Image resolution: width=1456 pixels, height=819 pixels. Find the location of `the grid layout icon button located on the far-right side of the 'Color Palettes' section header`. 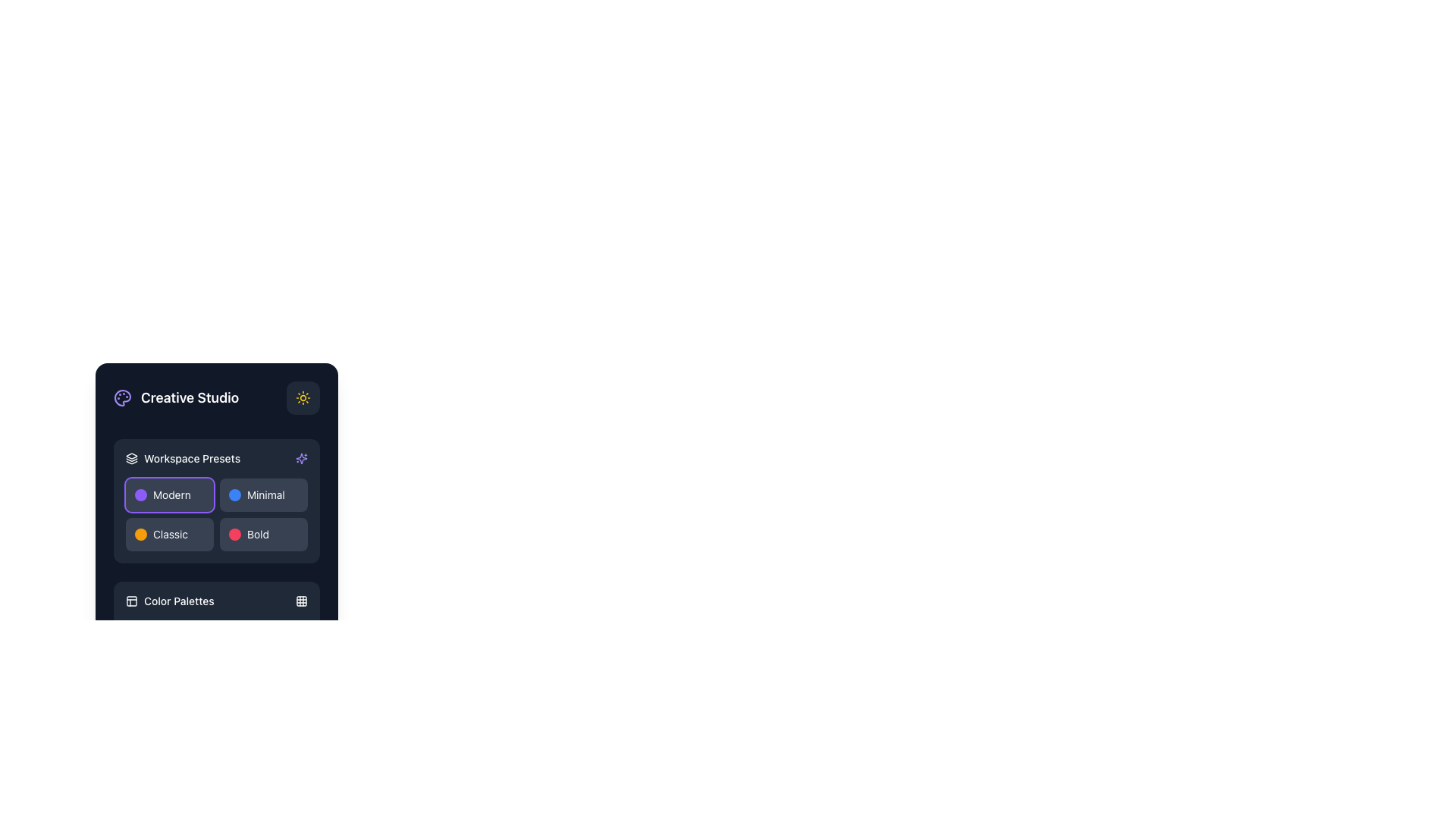

the grid layout icon button located on the far-right side of the 'Color Palettes' section header is located at coordinates (302, 601).